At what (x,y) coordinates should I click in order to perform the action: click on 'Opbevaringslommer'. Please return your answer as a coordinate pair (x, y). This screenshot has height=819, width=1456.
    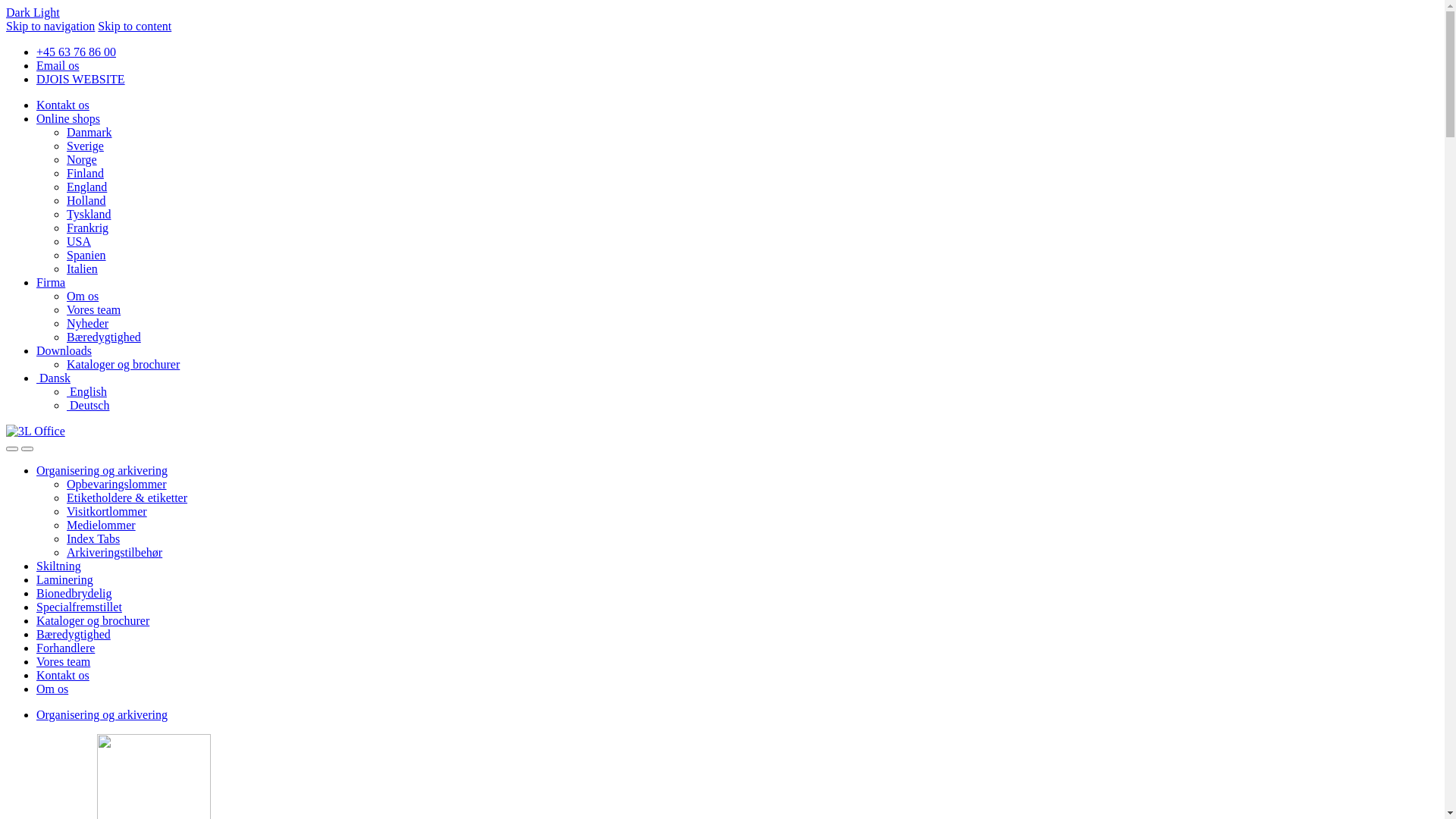
    Looking at the image, I should click on (115, 484).